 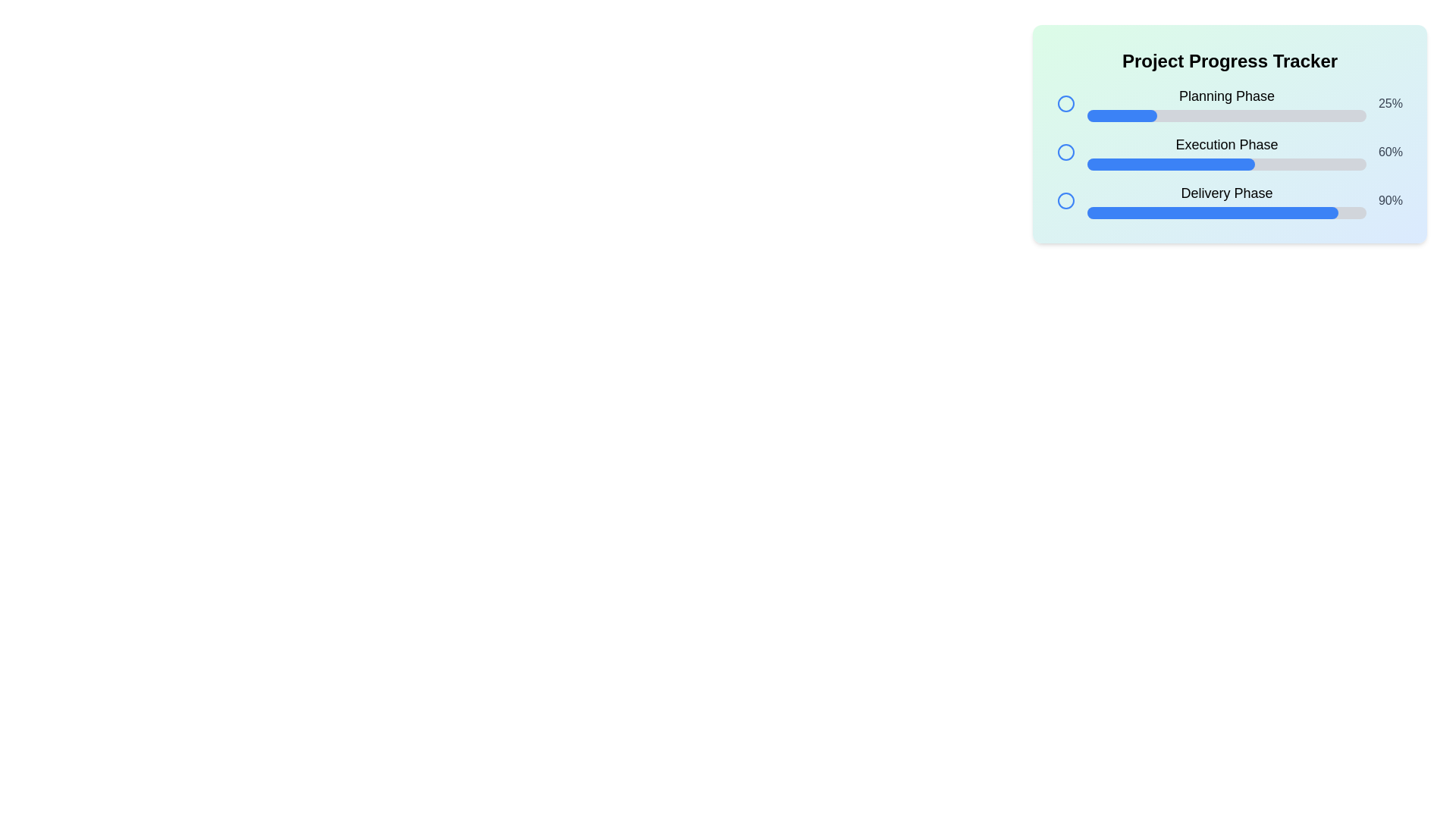 I want to click on the third stage text label in the project progress tracker, which denotes the current phase of the project, so click(x=1226, y=192).